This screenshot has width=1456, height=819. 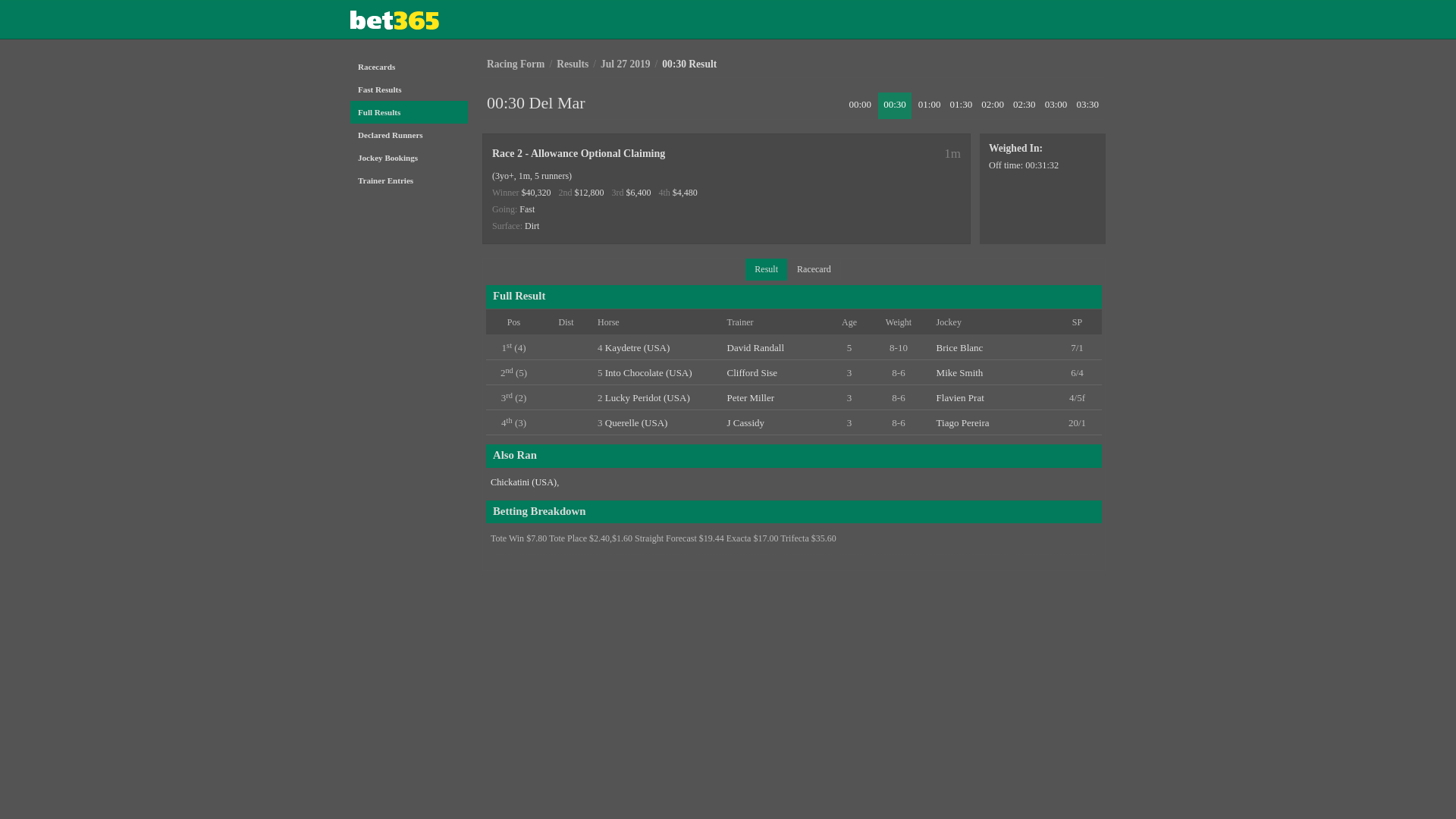 What do you see at coordinates (752, 372) in the screenshot?
I see `'Clifford Sise'` at bounding box center [752, 372].